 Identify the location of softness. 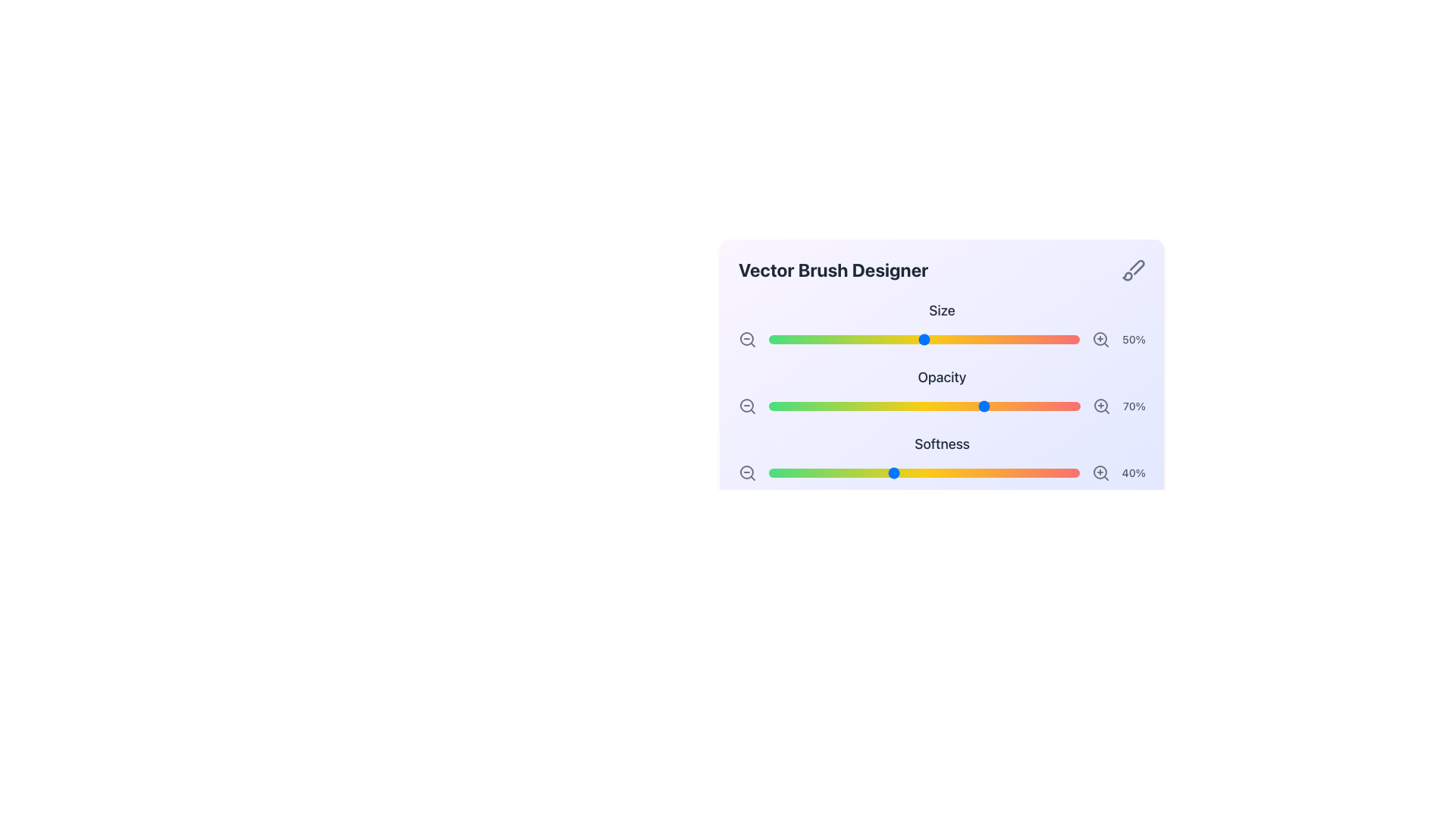
(999, 472).